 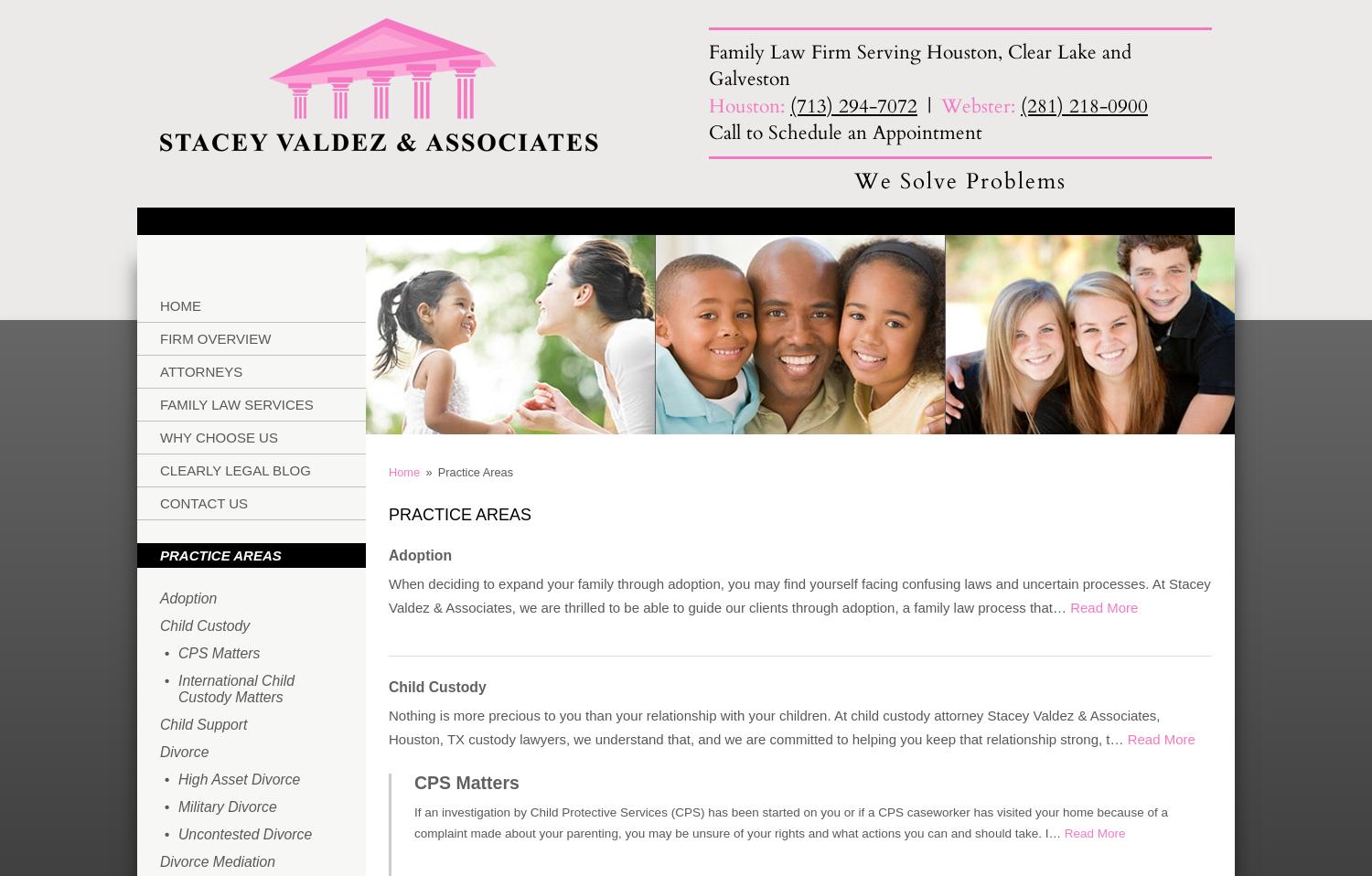 I want to click on 'Why Choose Us', so click(x=217, y=436).